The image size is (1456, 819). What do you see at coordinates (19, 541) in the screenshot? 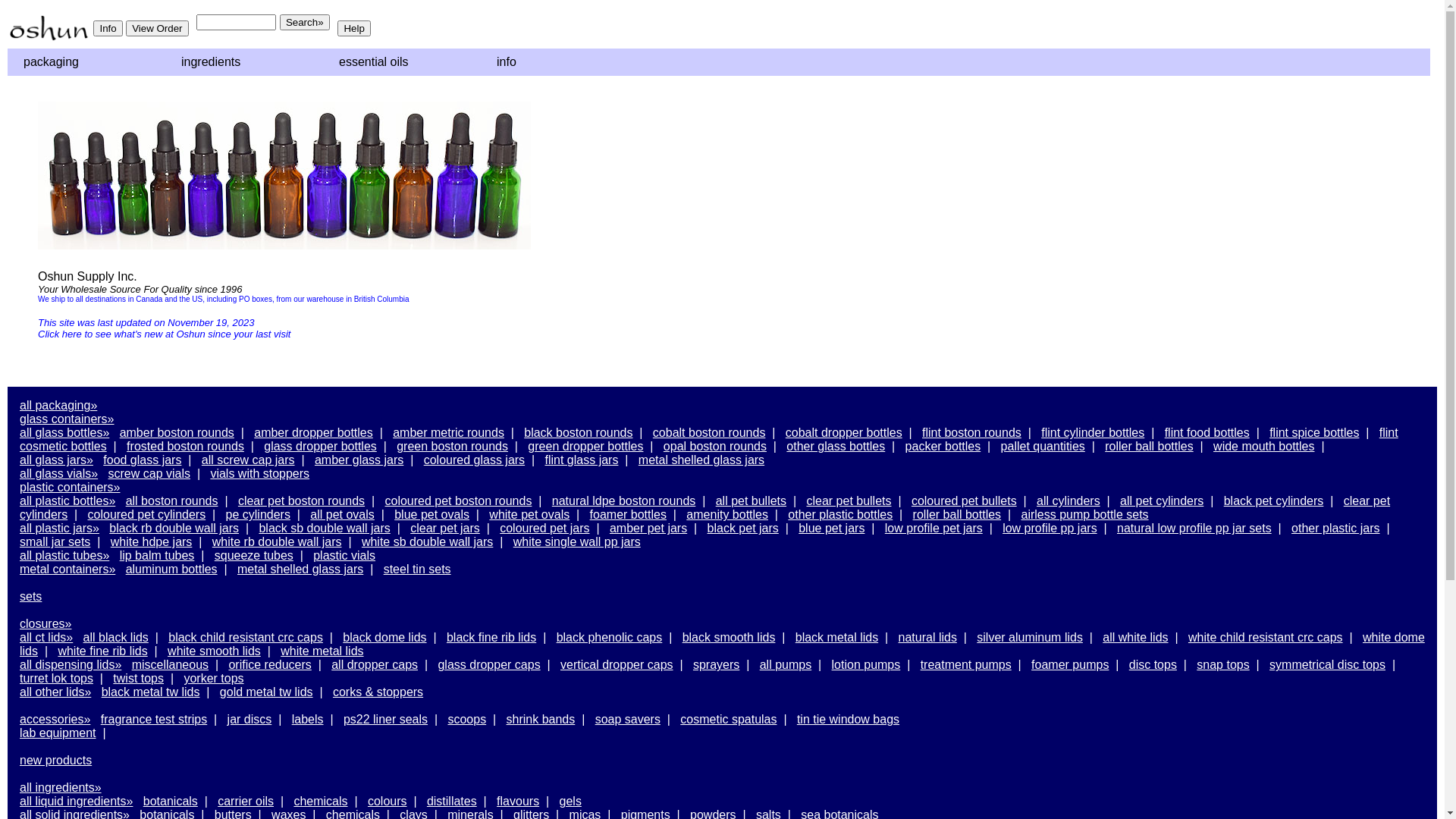
I see `'small jar sets'` at bounding box center [19, 541].